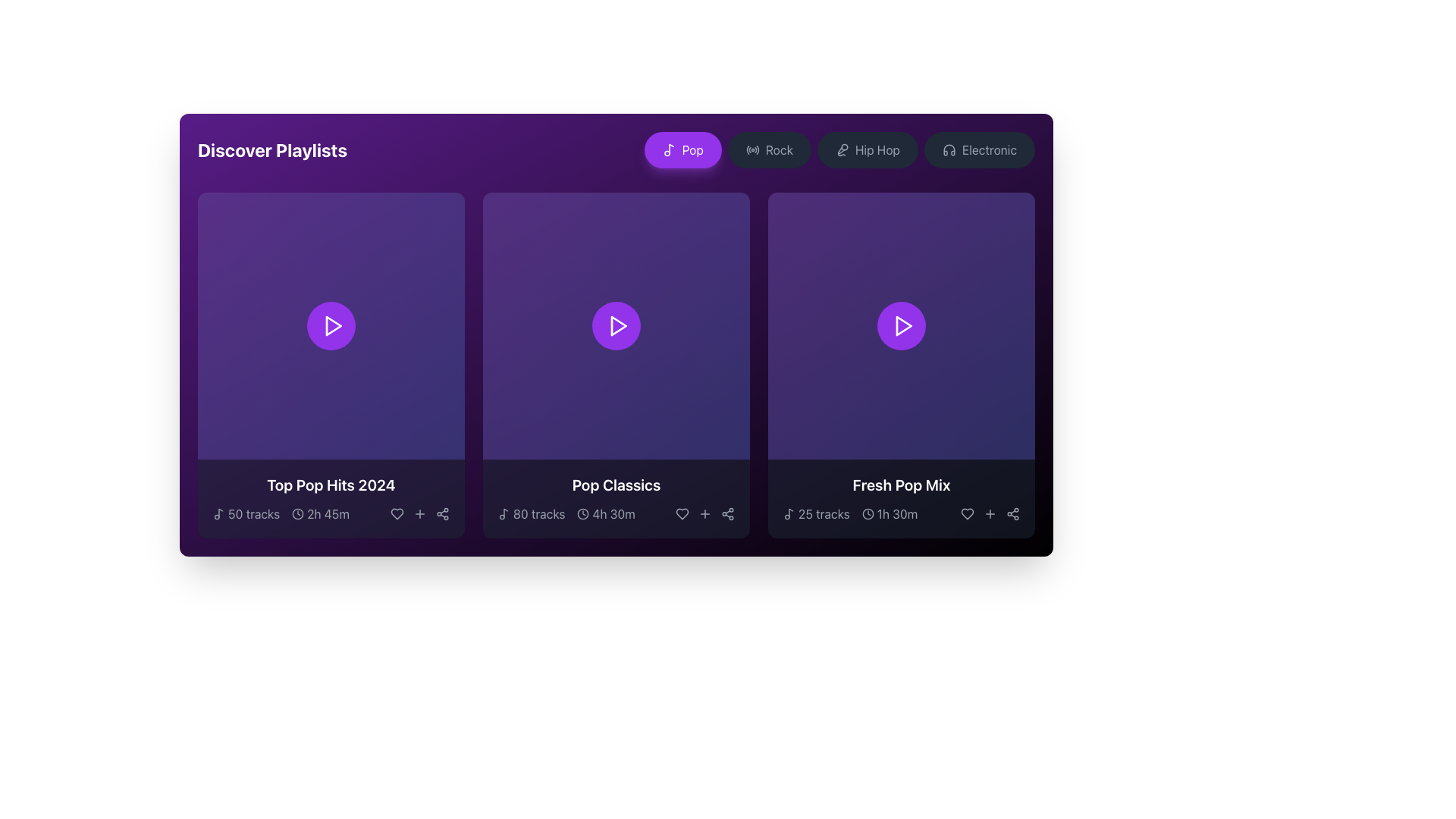  Describe the element at coordinates (246, 513) in the screenshot. I see `displayed information from the Informative Label that shows '50 tracks' next to the music note icon, located at the bottom-left corner of the 'Top Pop Hits 2024' card` at that location.